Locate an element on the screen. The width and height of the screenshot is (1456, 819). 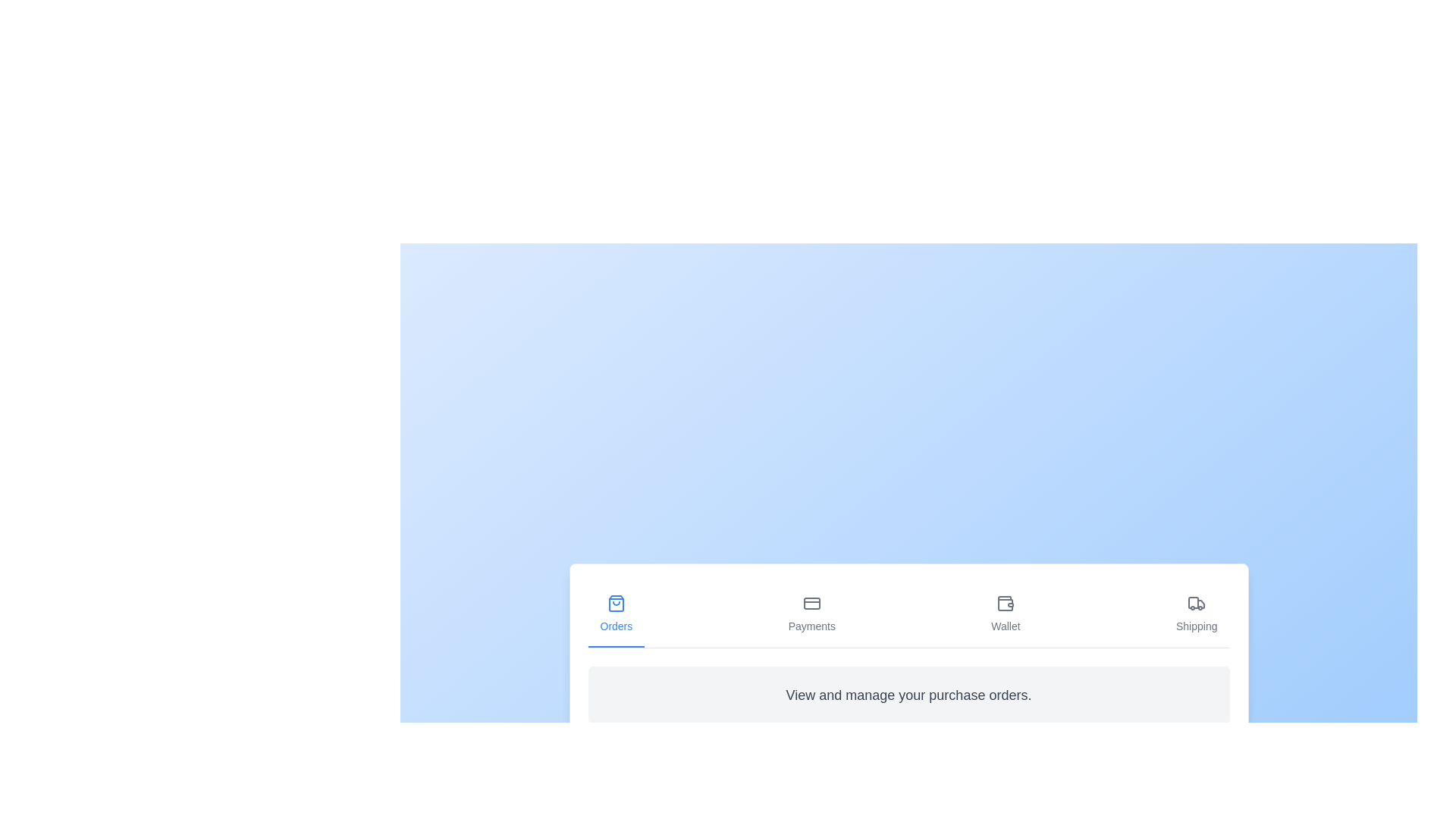
the 'Payments' button located in the header area is located at coordinates (811, 614).